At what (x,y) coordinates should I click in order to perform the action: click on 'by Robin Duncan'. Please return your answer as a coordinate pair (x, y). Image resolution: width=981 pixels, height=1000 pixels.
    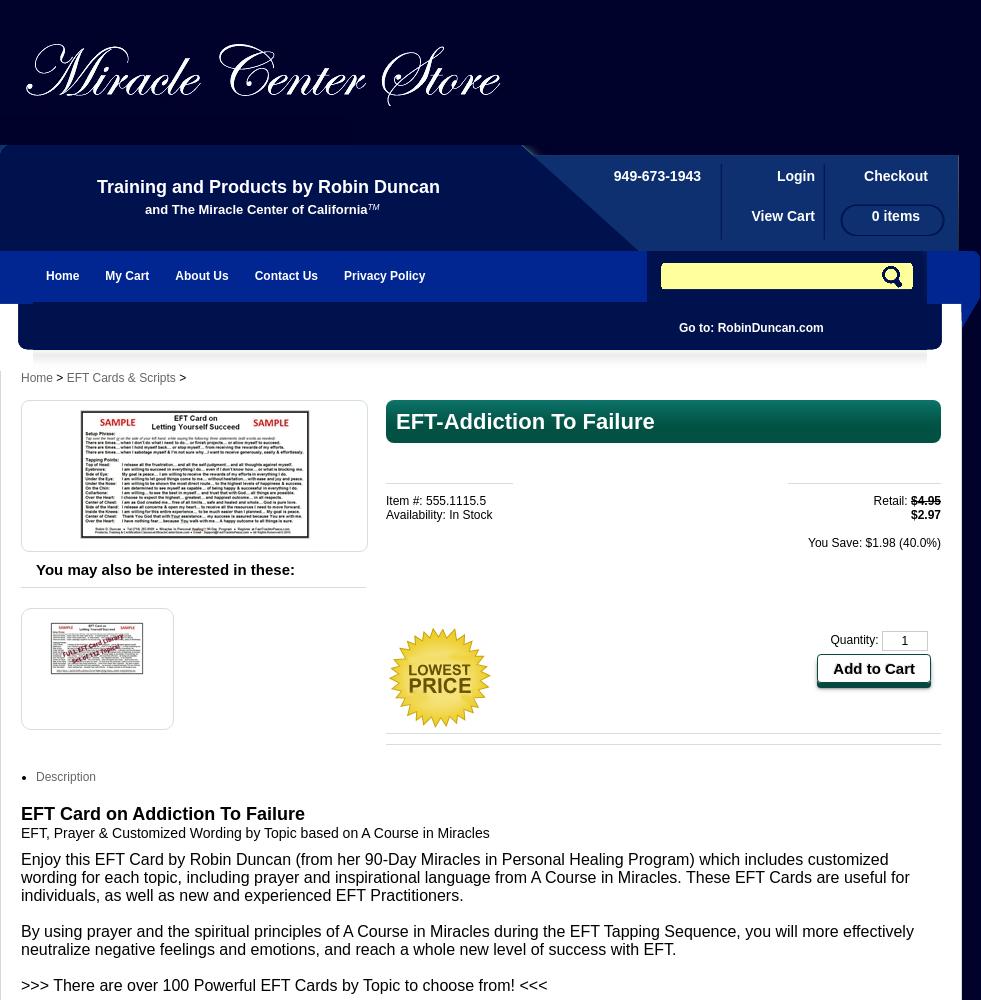
    Looking at the image, I should click on (362, 187).